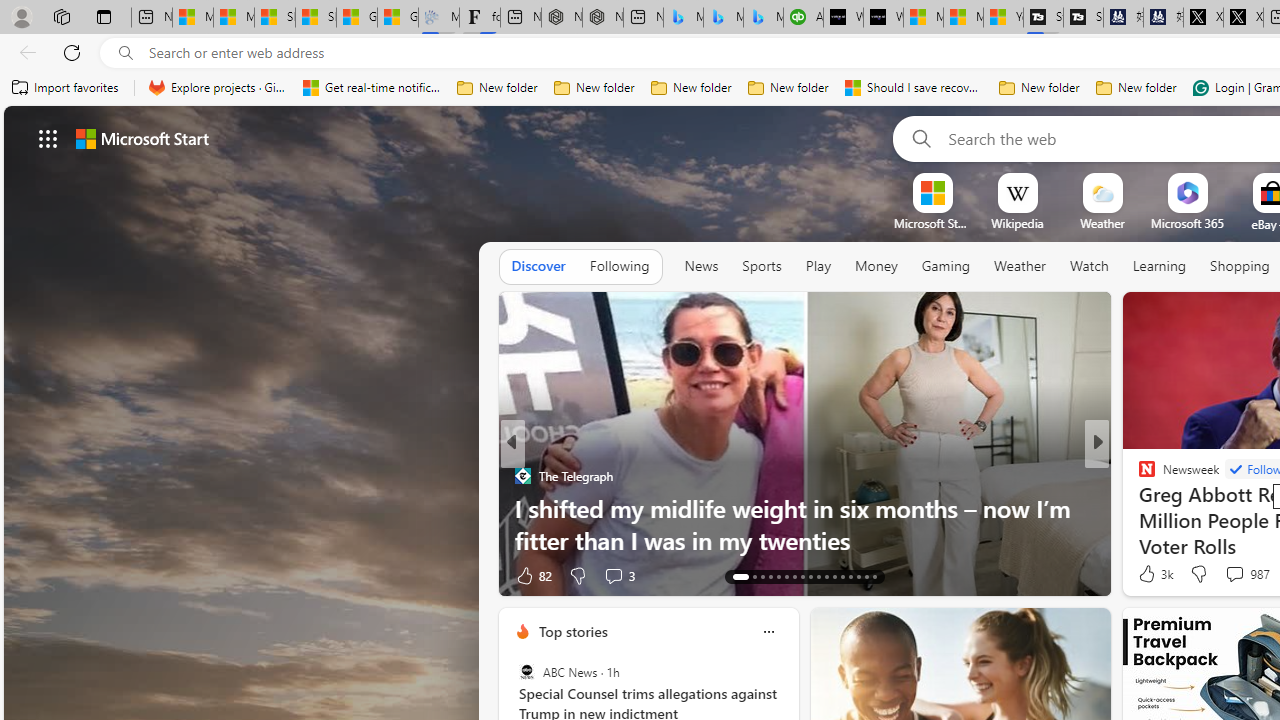 This screenshot has width=1280, height=720. I want to click on 'AutomationID: tab-15', so click(761, 577).